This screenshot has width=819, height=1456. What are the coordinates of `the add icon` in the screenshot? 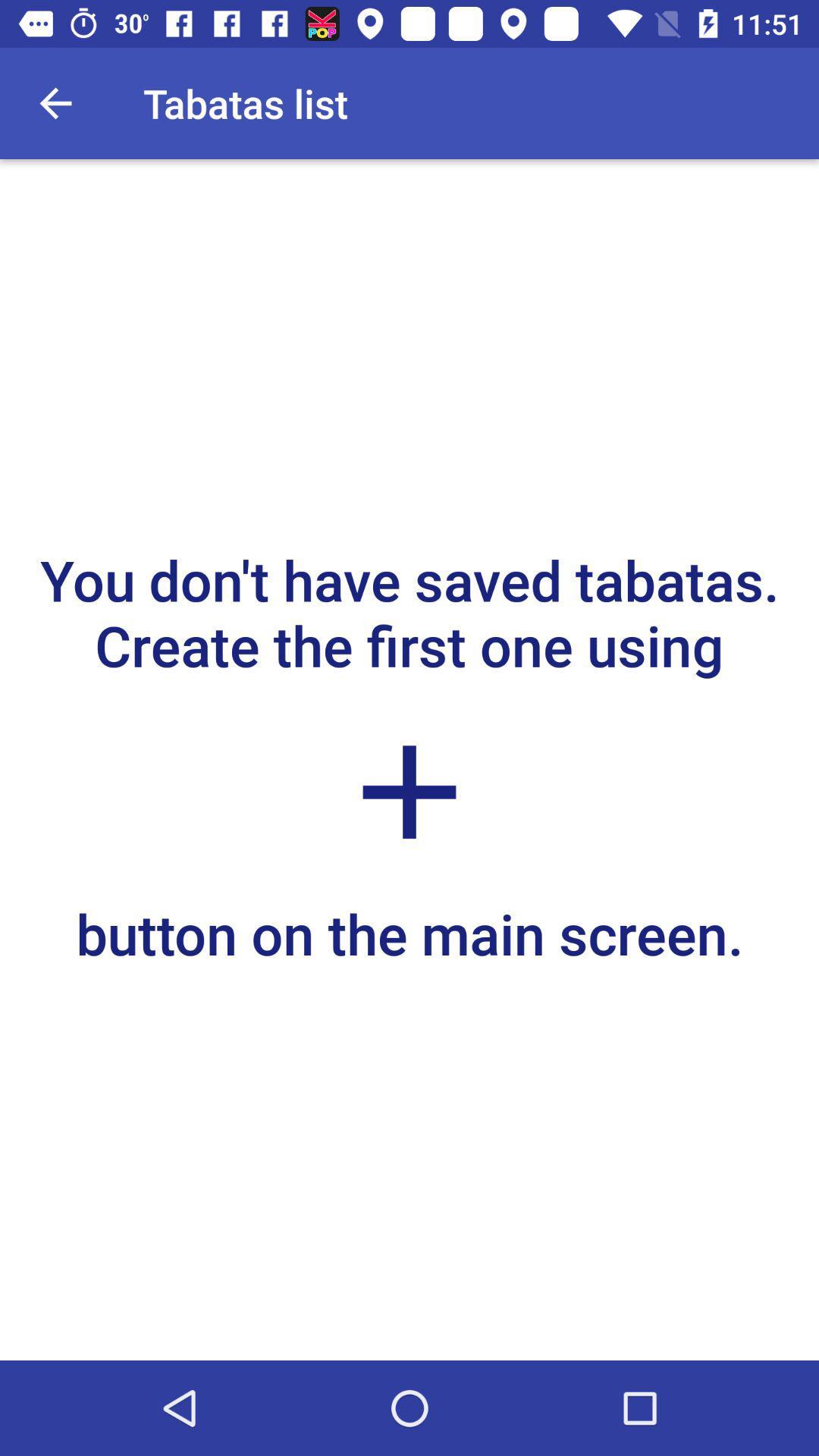 It's located at (409, 791).